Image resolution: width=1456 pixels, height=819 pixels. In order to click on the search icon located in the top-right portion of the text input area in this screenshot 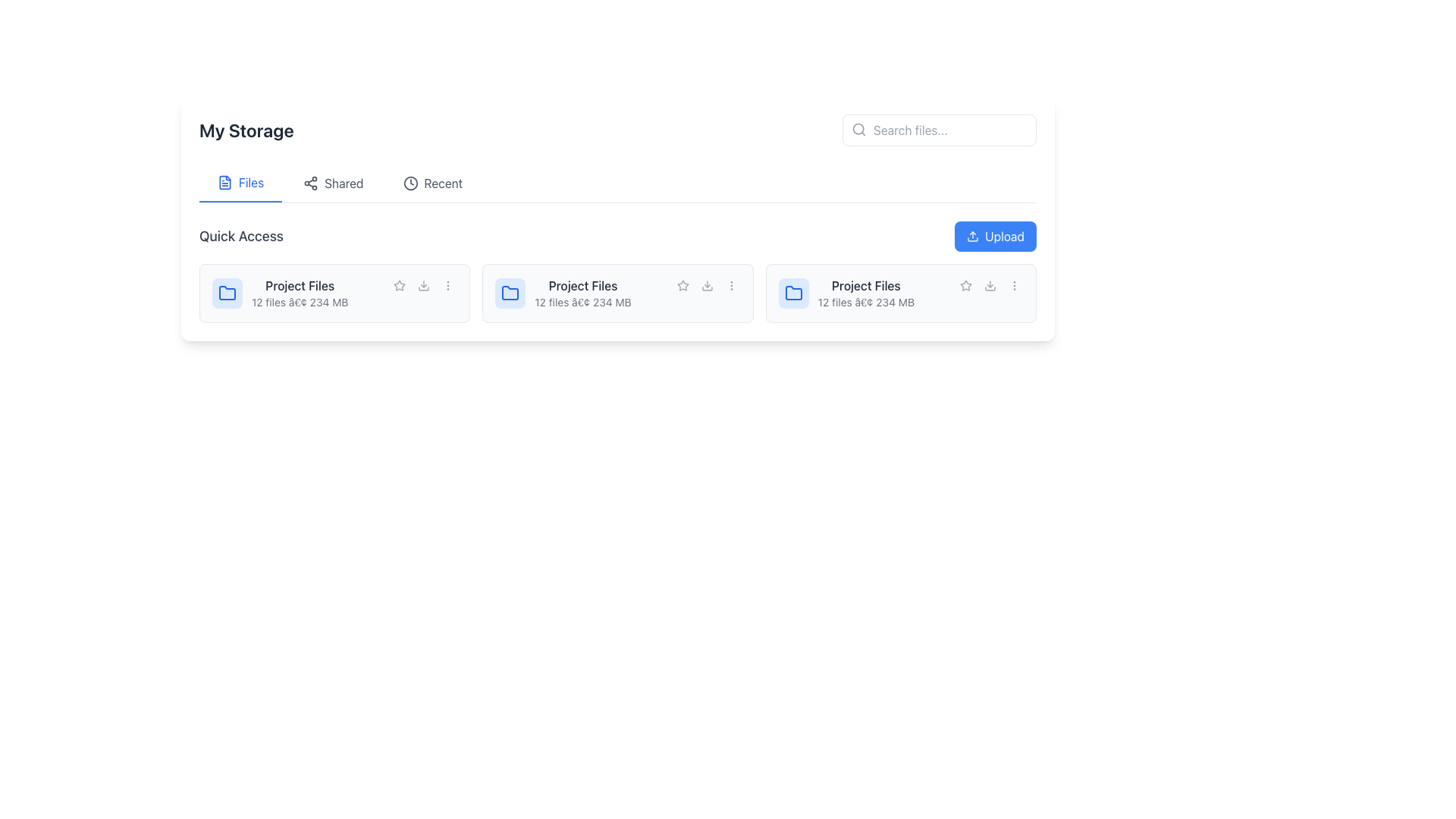, I will do `click(858, 128)`.